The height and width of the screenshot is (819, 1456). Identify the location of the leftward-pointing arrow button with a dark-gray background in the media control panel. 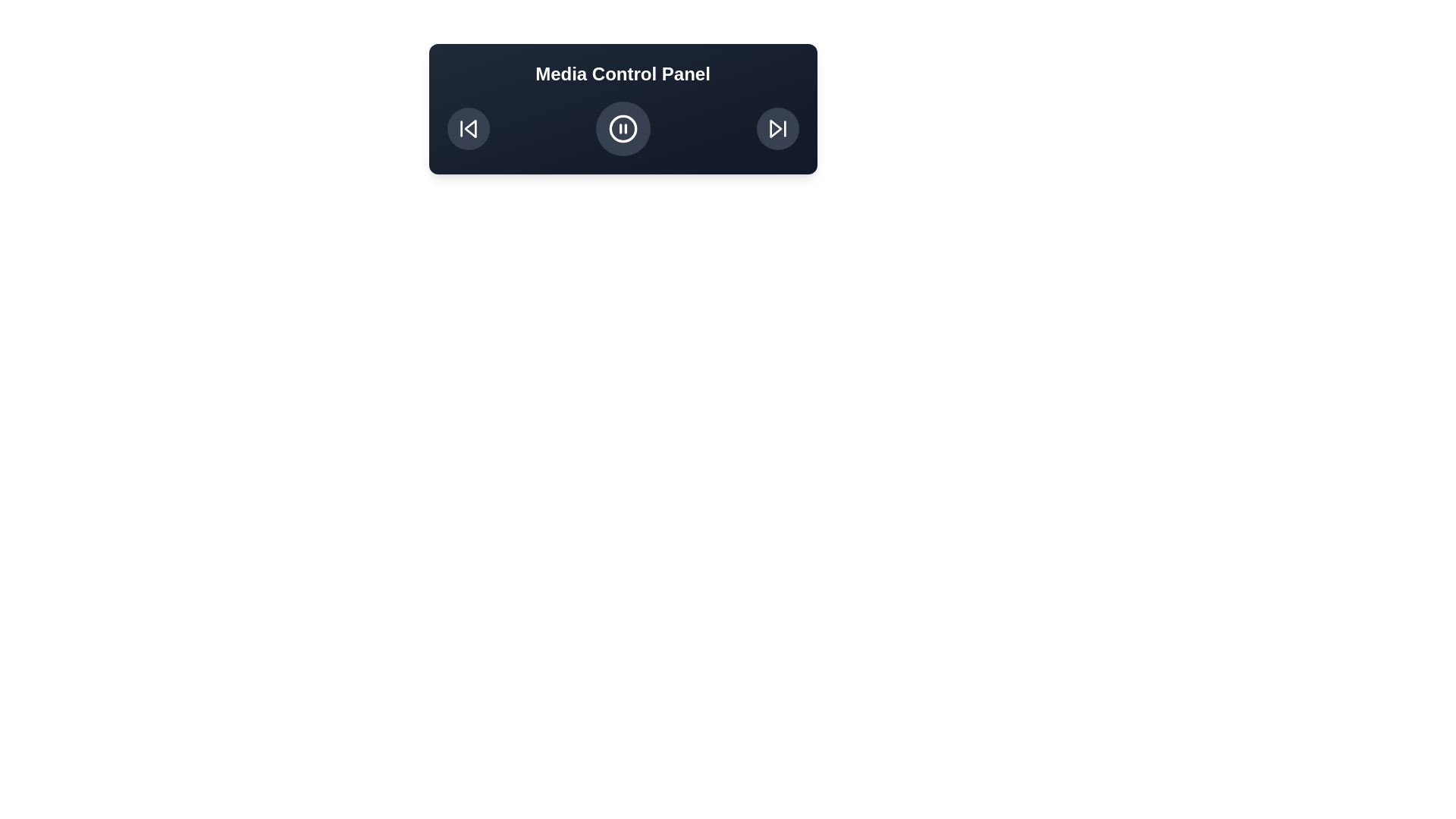
(467, 127).